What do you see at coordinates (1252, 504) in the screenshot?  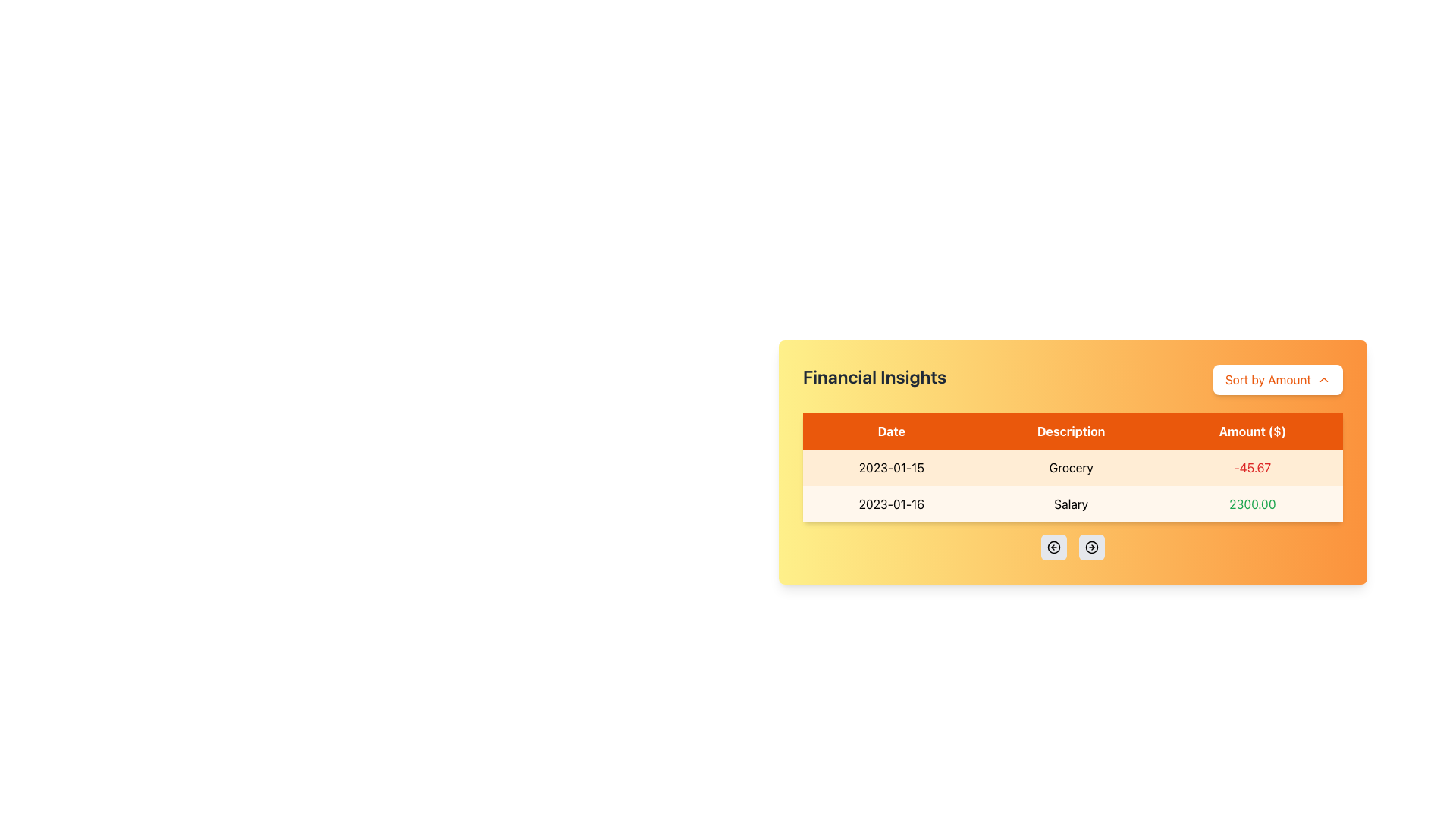 I see `the text label representing the amount in the financial table located in the third column of the second row under the 'Amount ($)' header` at bounding box center [1252, 504].